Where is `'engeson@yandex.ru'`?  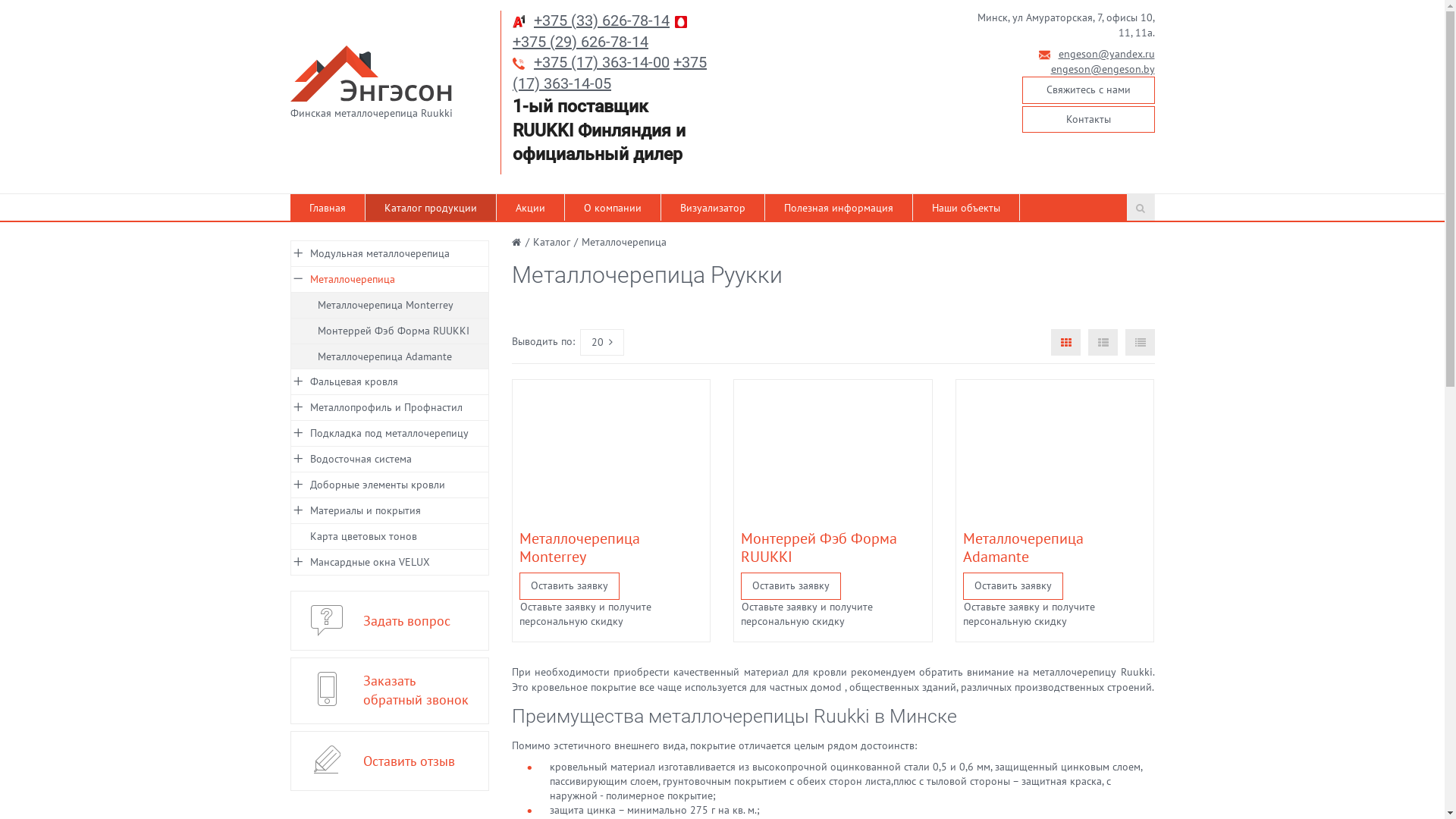
'engeson@yandex.ru' is located at coordinates (1106, 52).